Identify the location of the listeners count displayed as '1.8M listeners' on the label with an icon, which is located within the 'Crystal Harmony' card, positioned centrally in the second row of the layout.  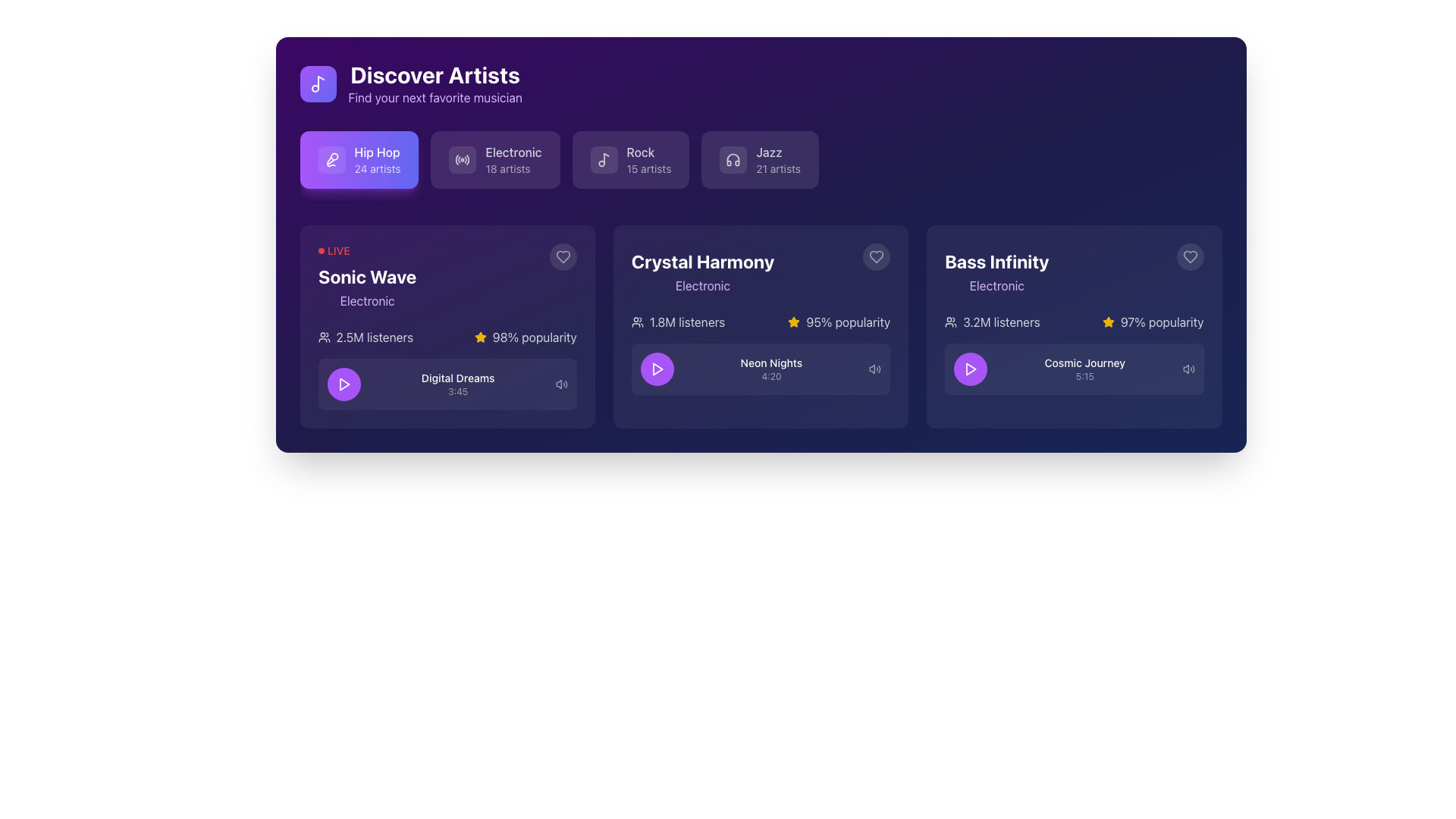
(677, 321).